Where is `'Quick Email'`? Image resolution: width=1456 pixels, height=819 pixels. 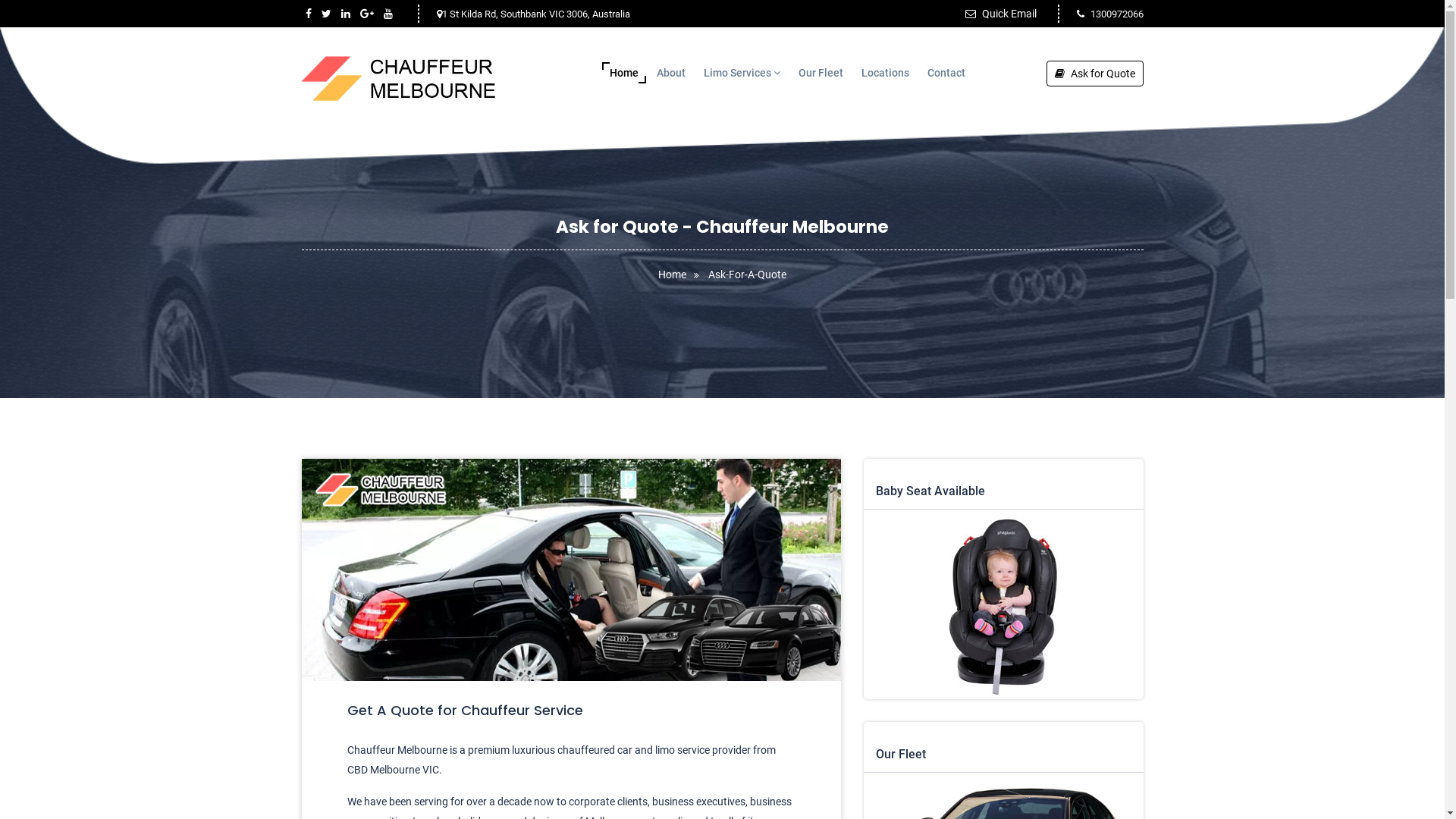 'Quick Email' is located at coordinates (1000, 14).